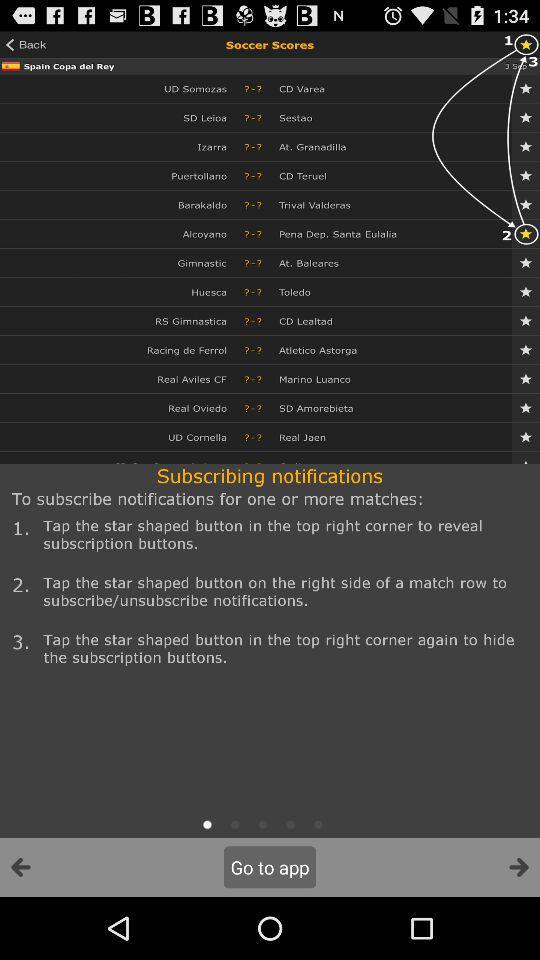 This screenshot has width=540, height=960. I want to click on the arrow_backward icon, so click(20, 928).